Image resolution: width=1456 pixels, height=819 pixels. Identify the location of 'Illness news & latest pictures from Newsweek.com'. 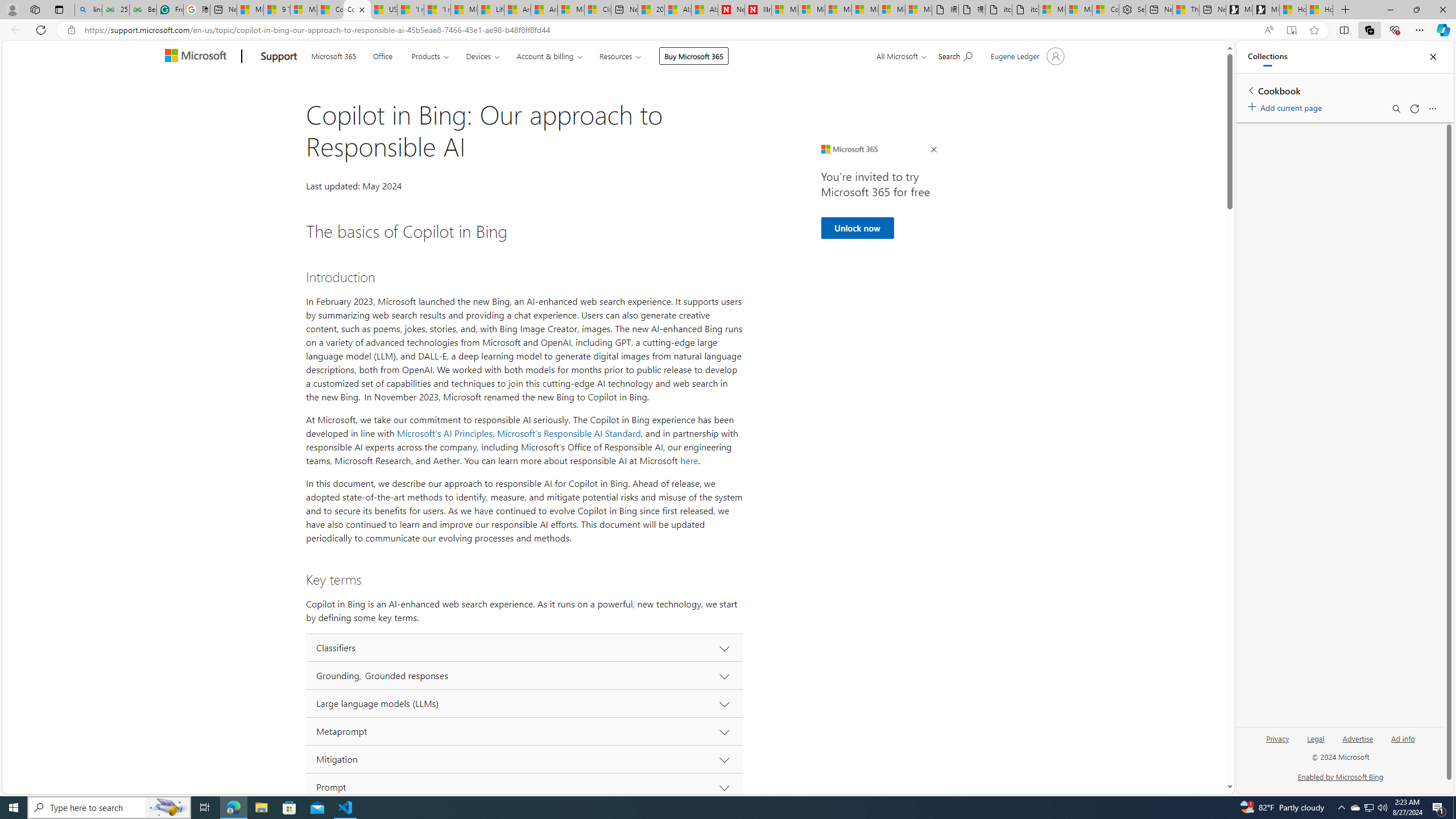
(758, 9).